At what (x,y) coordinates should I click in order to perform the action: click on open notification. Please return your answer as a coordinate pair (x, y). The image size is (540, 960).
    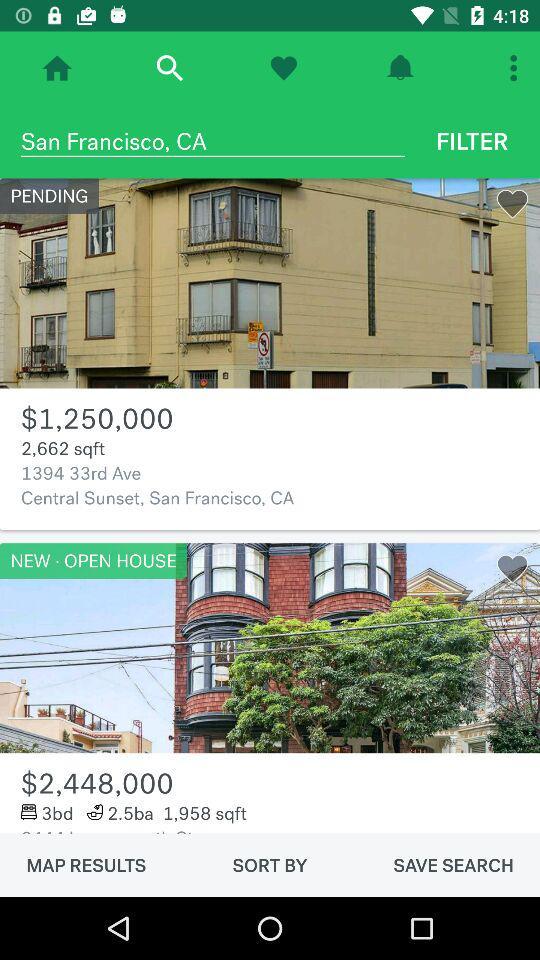
    Looking at the image, I should click on (400, 68).